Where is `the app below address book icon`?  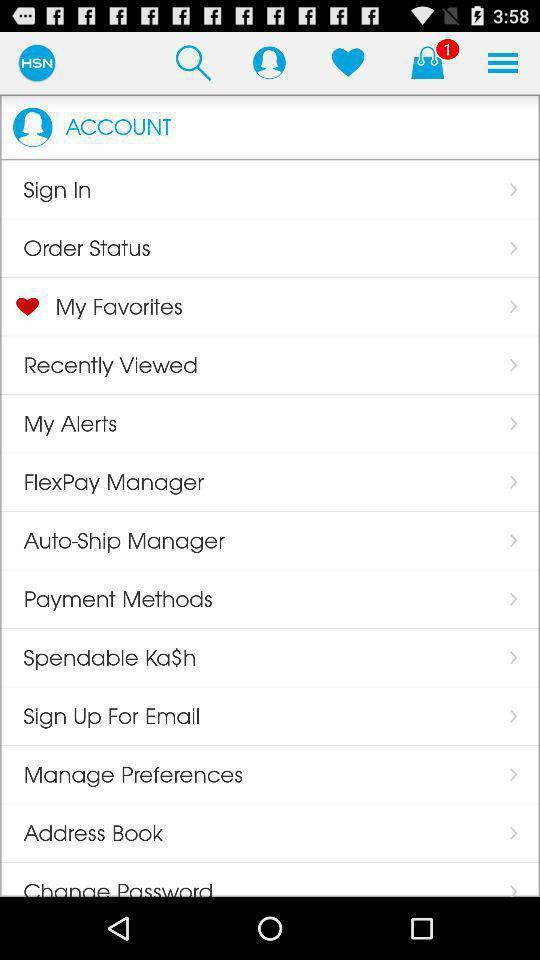
the app below address book icon is located at coordinates (106, 878).